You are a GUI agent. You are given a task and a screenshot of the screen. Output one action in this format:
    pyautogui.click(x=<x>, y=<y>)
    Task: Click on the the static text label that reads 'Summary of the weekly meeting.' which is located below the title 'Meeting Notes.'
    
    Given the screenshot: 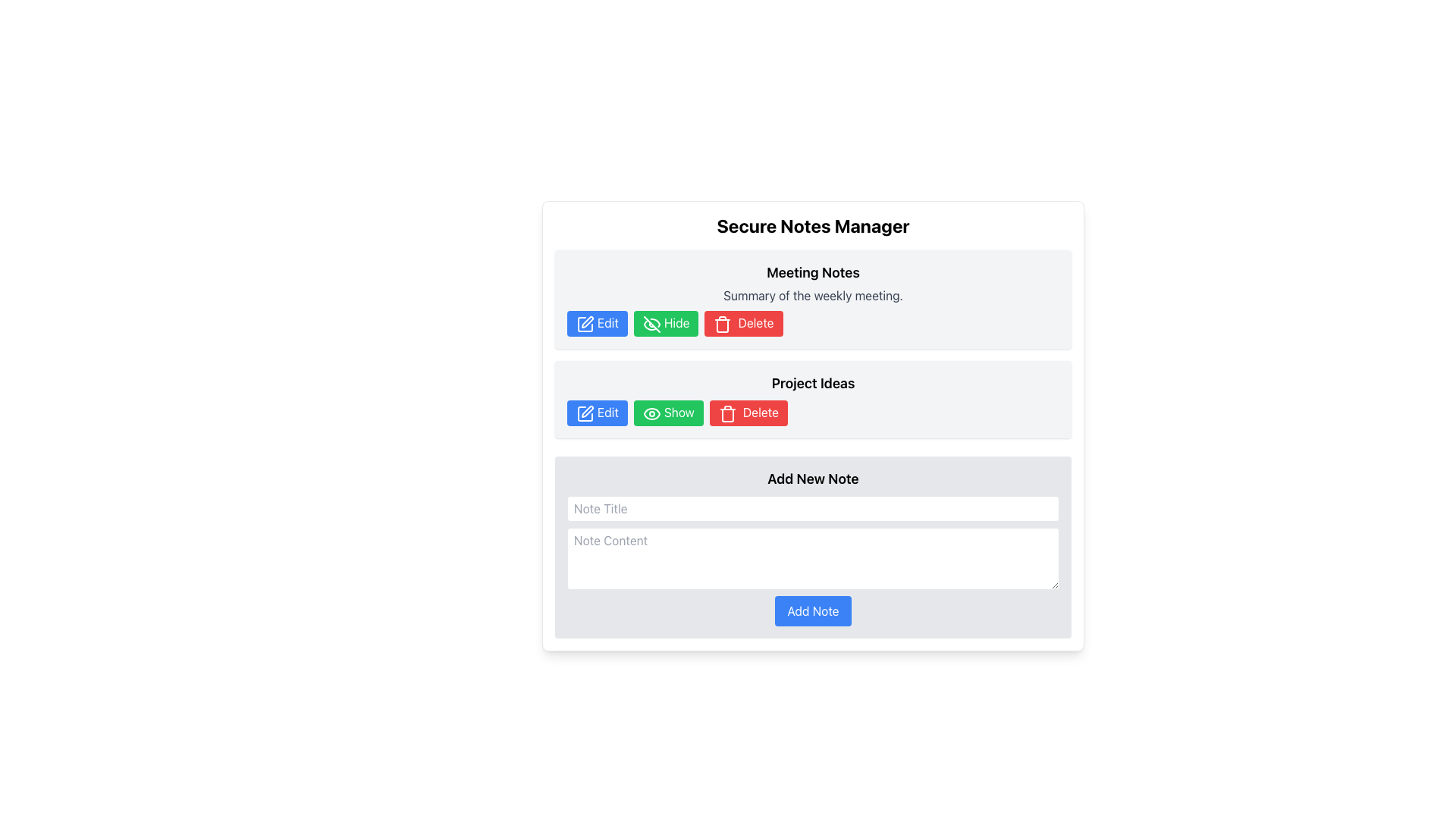 What is the action you would take?
    pyautogui.click(x=812, y=295)
    